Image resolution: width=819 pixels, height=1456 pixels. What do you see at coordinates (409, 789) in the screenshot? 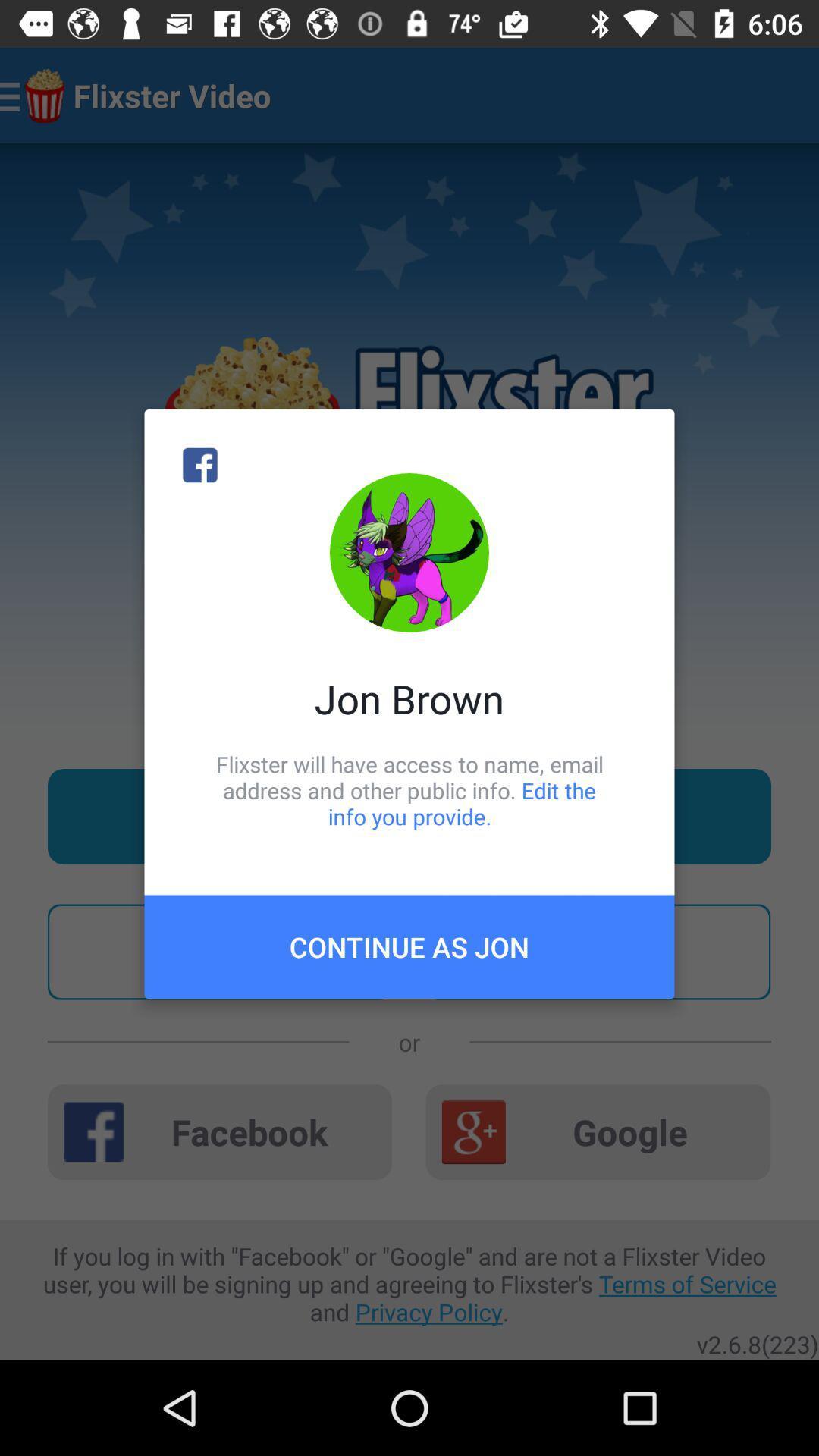
I see `the item above the continue as jon item` at bounding box center [409, 789].